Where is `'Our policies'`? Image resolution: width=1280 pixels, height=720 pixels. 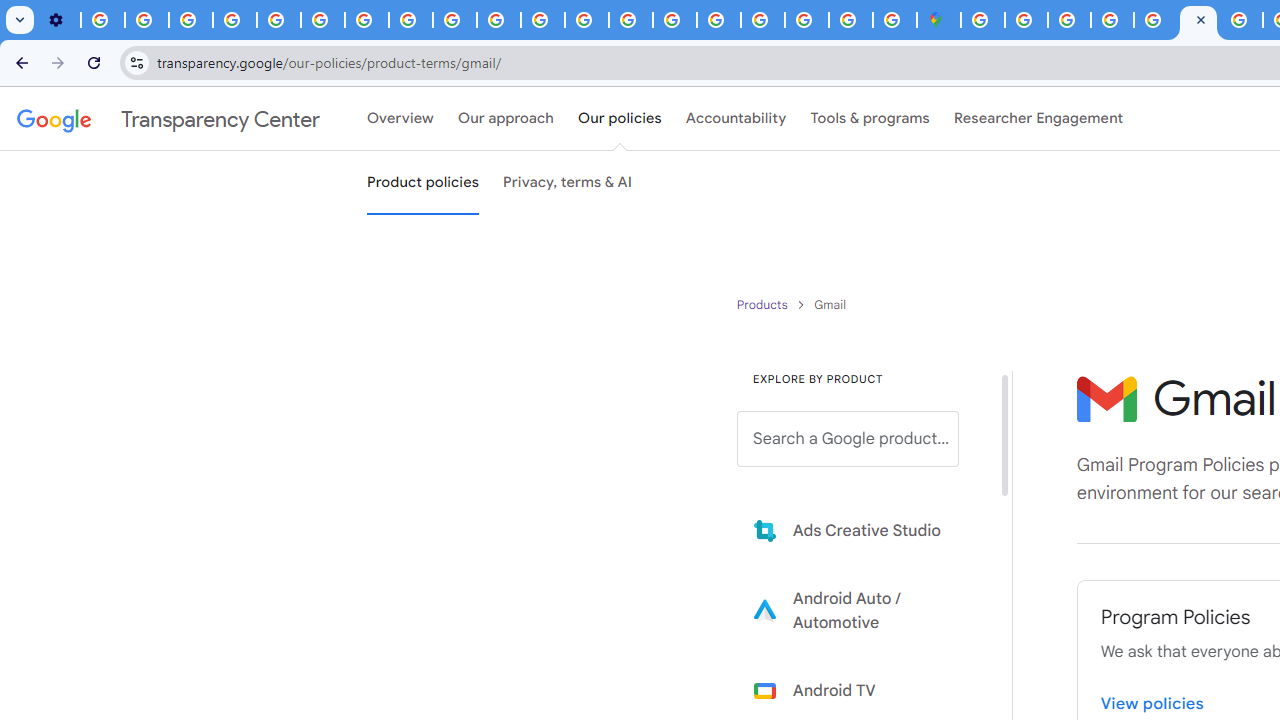 'Our policies' is located at coordinates (619, 119).